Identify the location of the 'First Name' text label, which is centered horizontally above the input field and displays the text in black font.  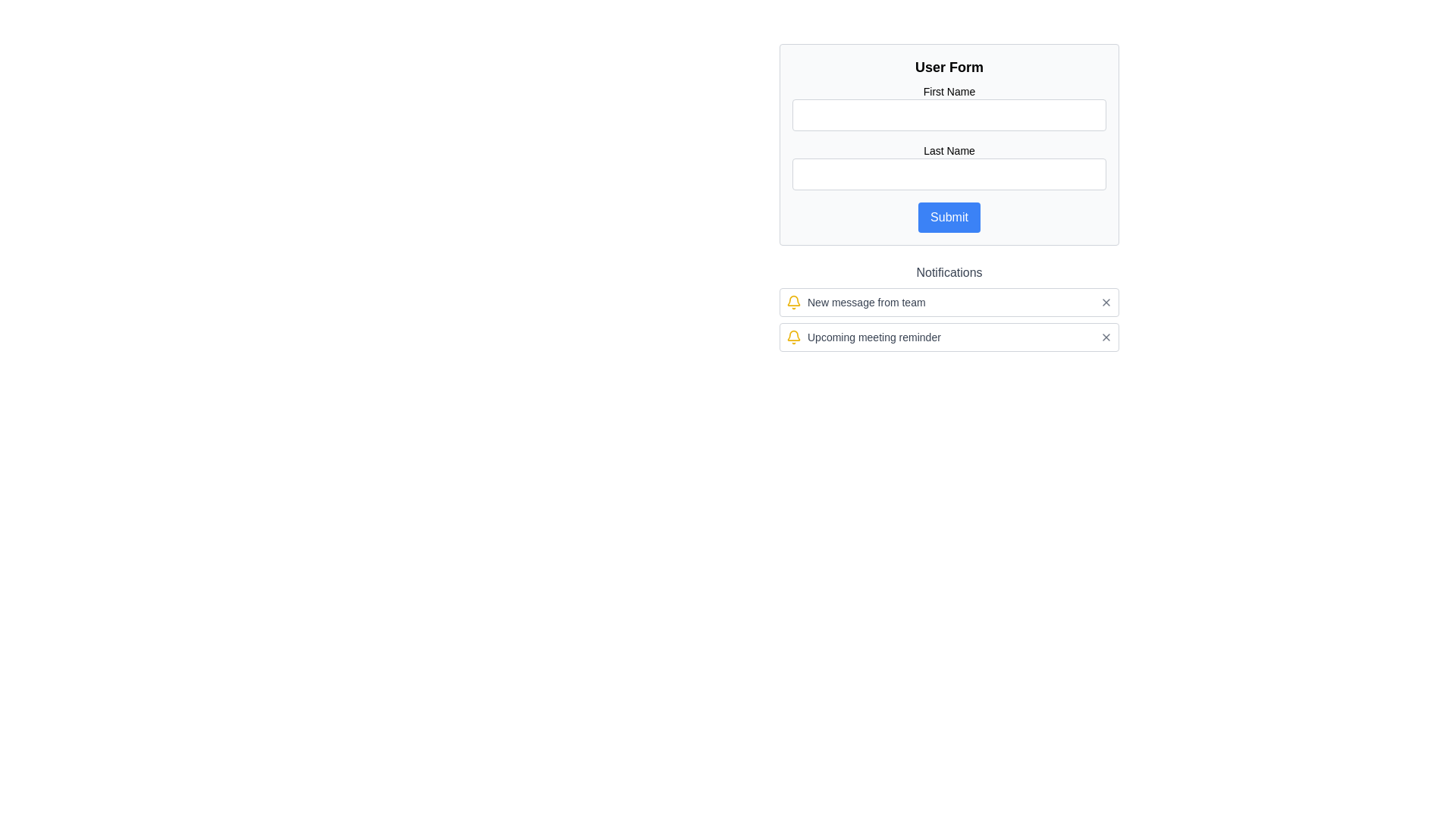
(949, 91).